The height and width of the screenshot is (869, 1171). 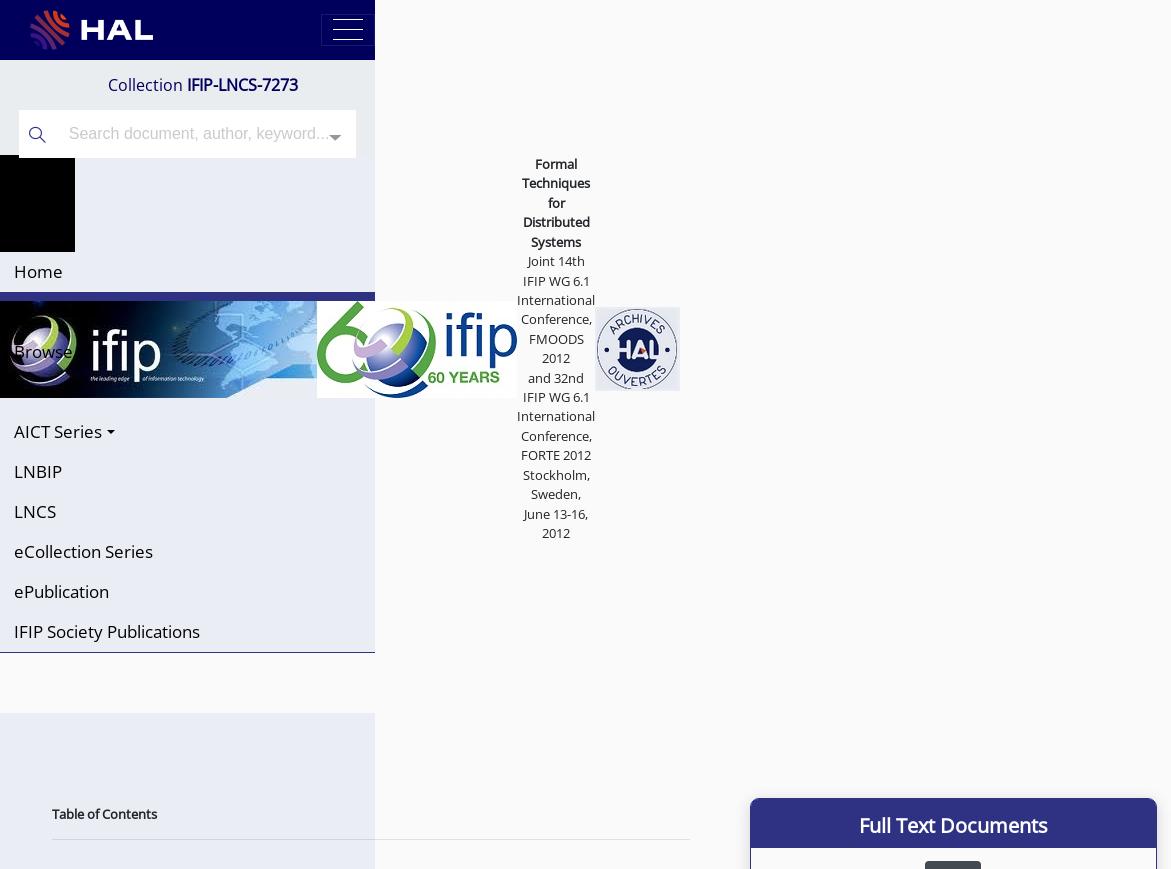 What do you see at coordinates (522, 503) in the screenshot?
I see `'Stockholm, Sweden, June 13-16, 2012'` at bounding box center [522, 503].